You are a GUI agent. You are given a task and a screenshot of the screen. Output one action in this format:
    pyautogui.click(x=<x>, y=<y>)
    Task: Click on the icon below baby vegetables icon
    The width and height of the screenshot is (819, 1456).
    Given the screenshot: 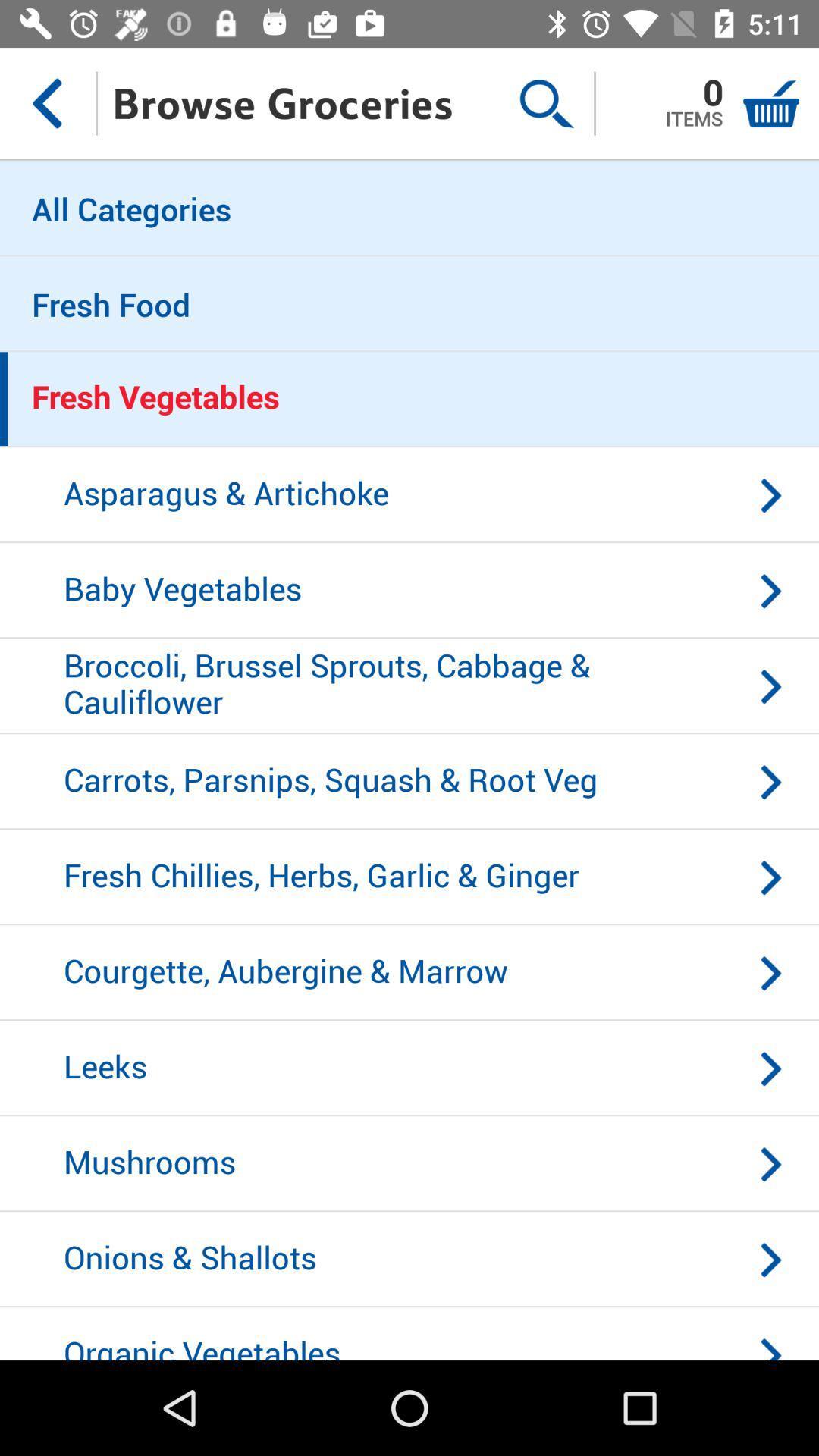 What is the action you would take?
    pyautogui.click(x=409, y=686)
    